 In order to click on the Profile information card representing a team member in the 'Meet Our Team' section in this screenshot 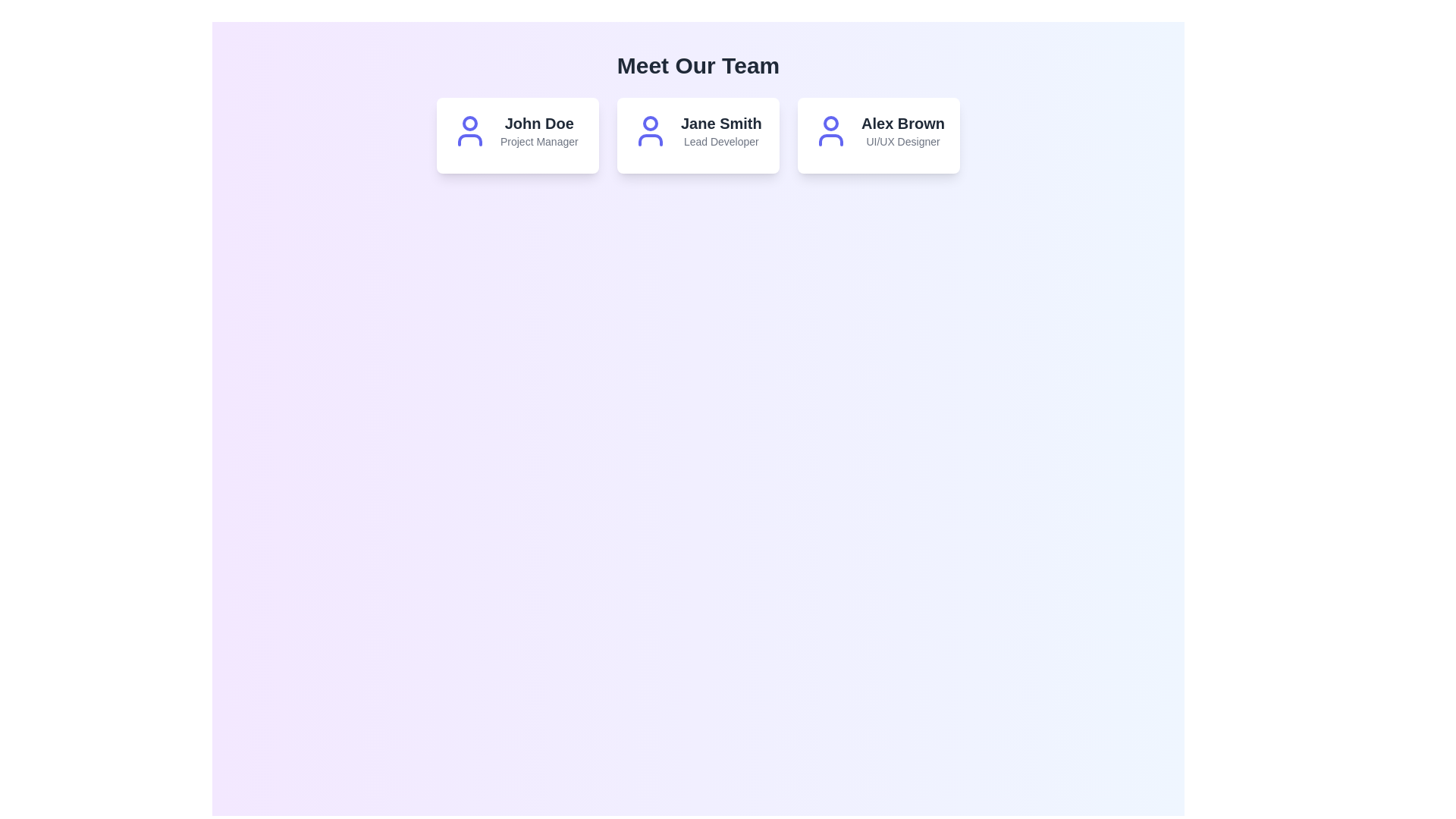, I will do `click(517, 134)`.